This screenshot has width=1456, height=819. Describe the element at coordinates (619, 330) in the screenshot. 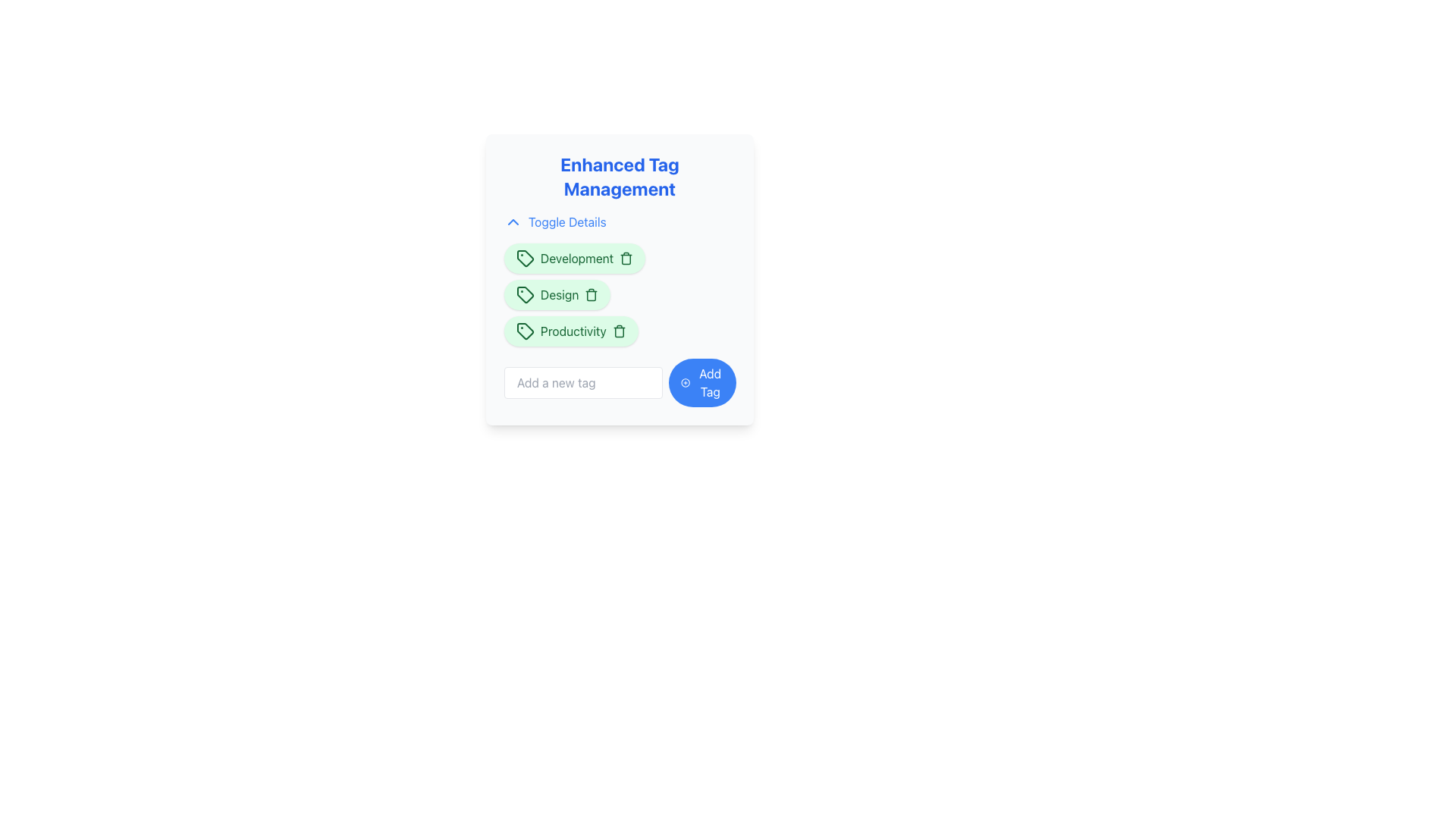

I see `the third icon button under the 'Productivity' label` at that location.